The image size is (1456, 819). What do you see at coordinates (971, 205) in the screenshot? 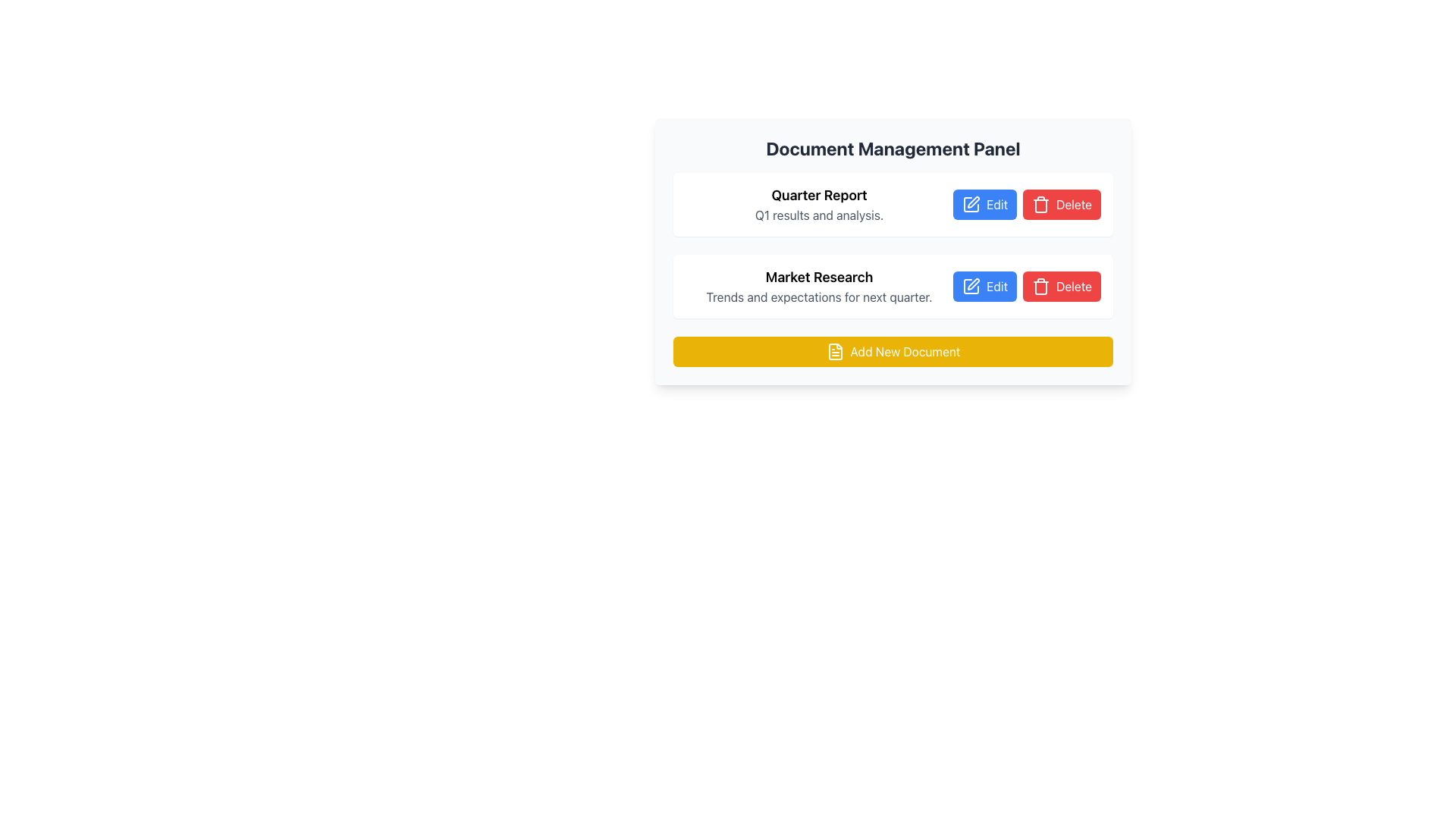
I see `the icon representing a square with a pen crossing it diagonally, located next to the 'Edit' button in the first document row labeled 'Quarter Report' in the Document Management Panel` at bounding box center [971, 205].